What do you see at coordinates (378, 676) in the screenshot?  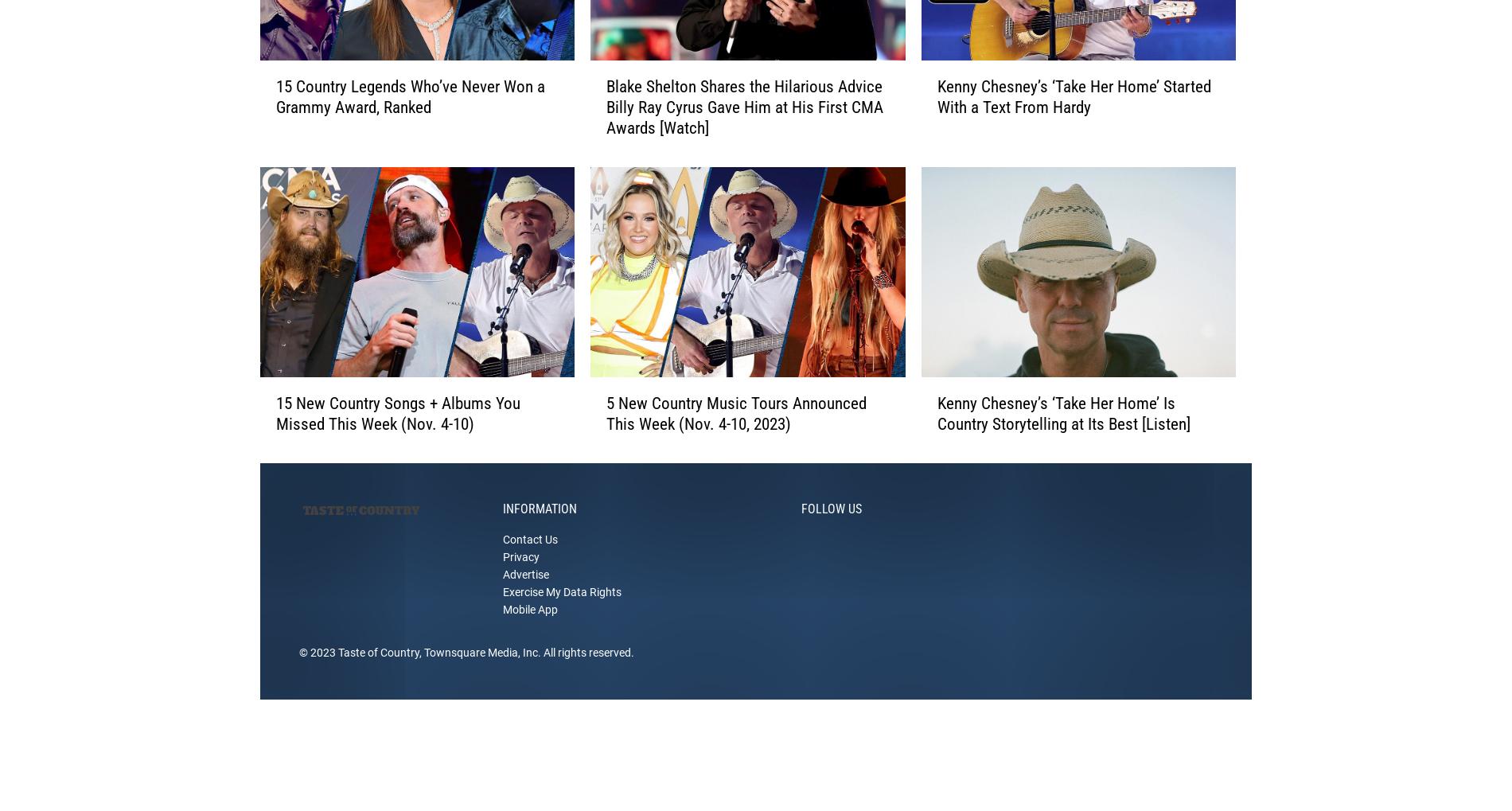 I see `'Taste of Country'` at bounding box center [378, 676].